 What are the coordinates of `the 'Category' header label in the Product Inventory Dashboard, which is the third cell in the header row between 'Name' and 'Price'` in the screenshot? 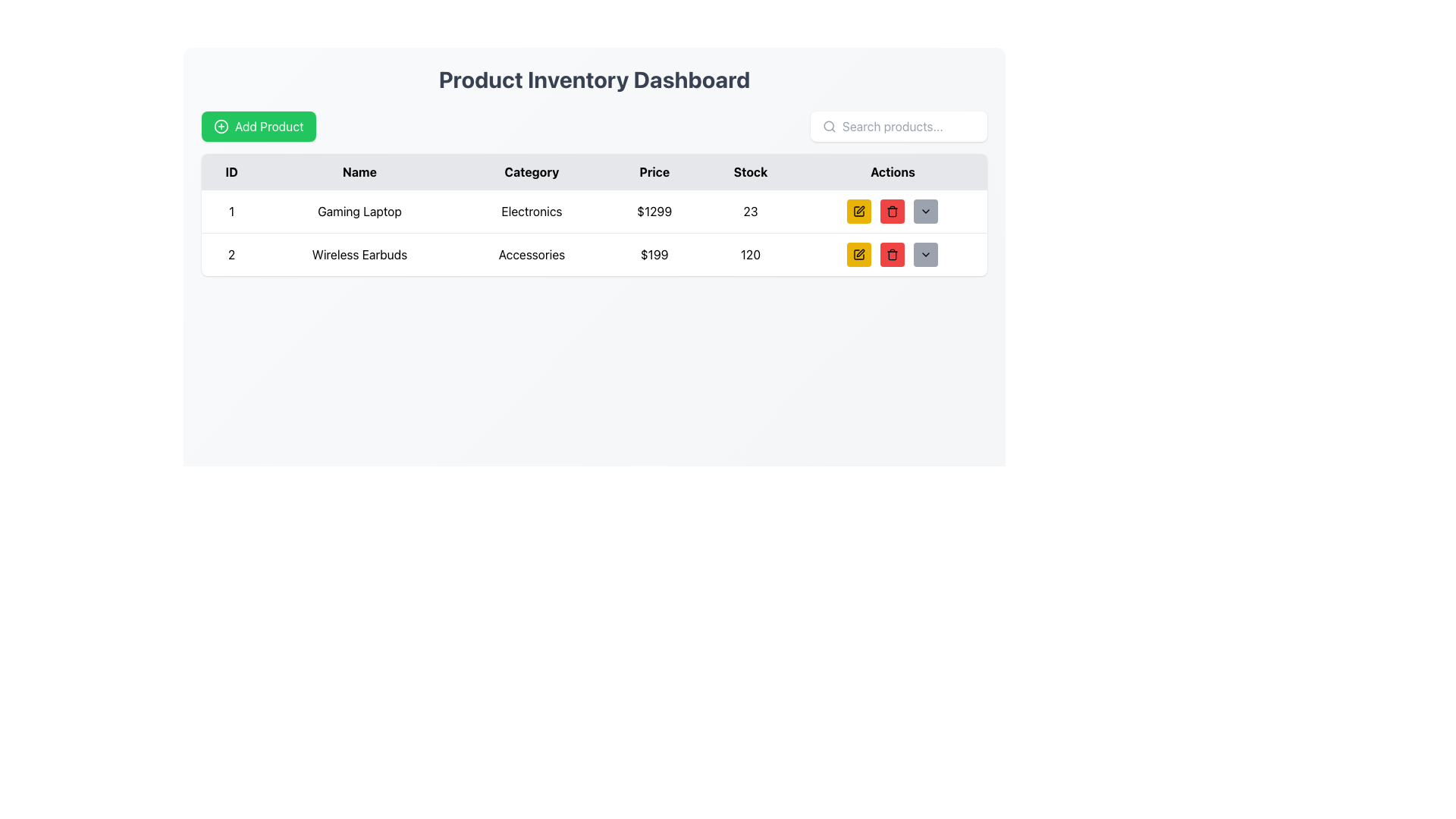 It's located at (532, 171).